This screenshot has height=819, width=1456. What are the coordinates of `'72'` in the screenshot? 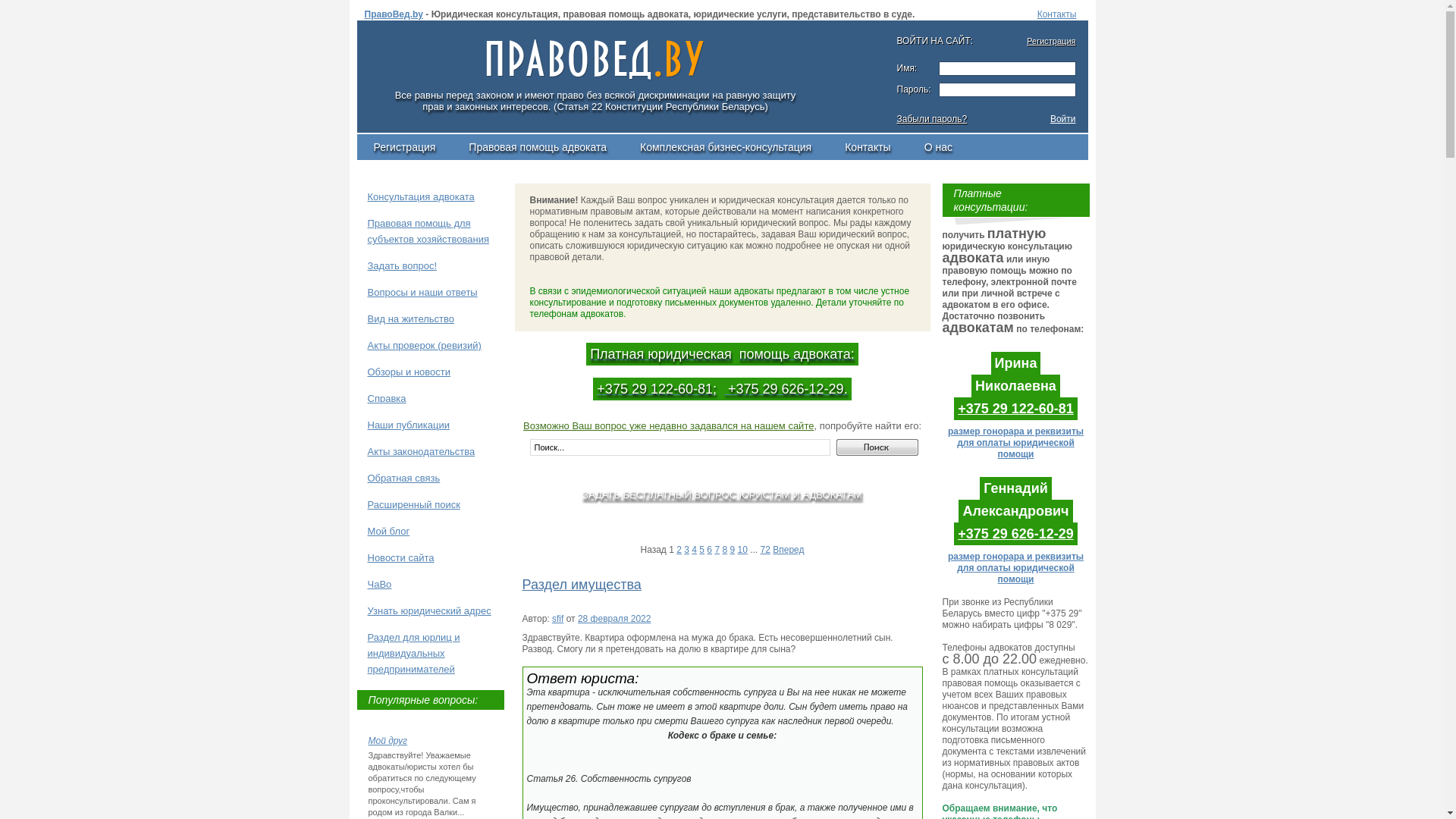 It's located at (765, 550).